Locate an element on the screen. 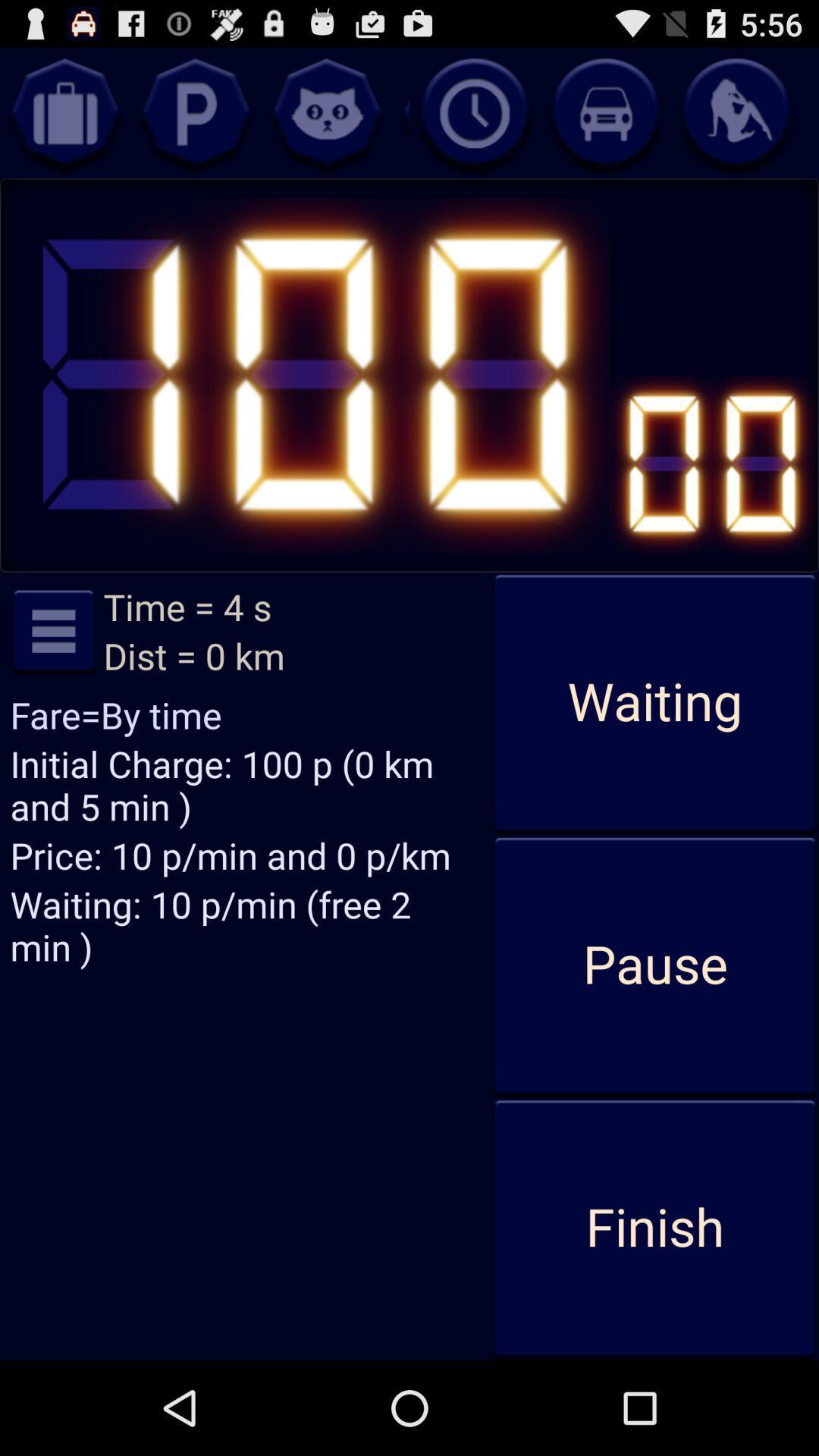 This screenshot has width=819, height=1456. the time icon is located at coordinates (474, 120).